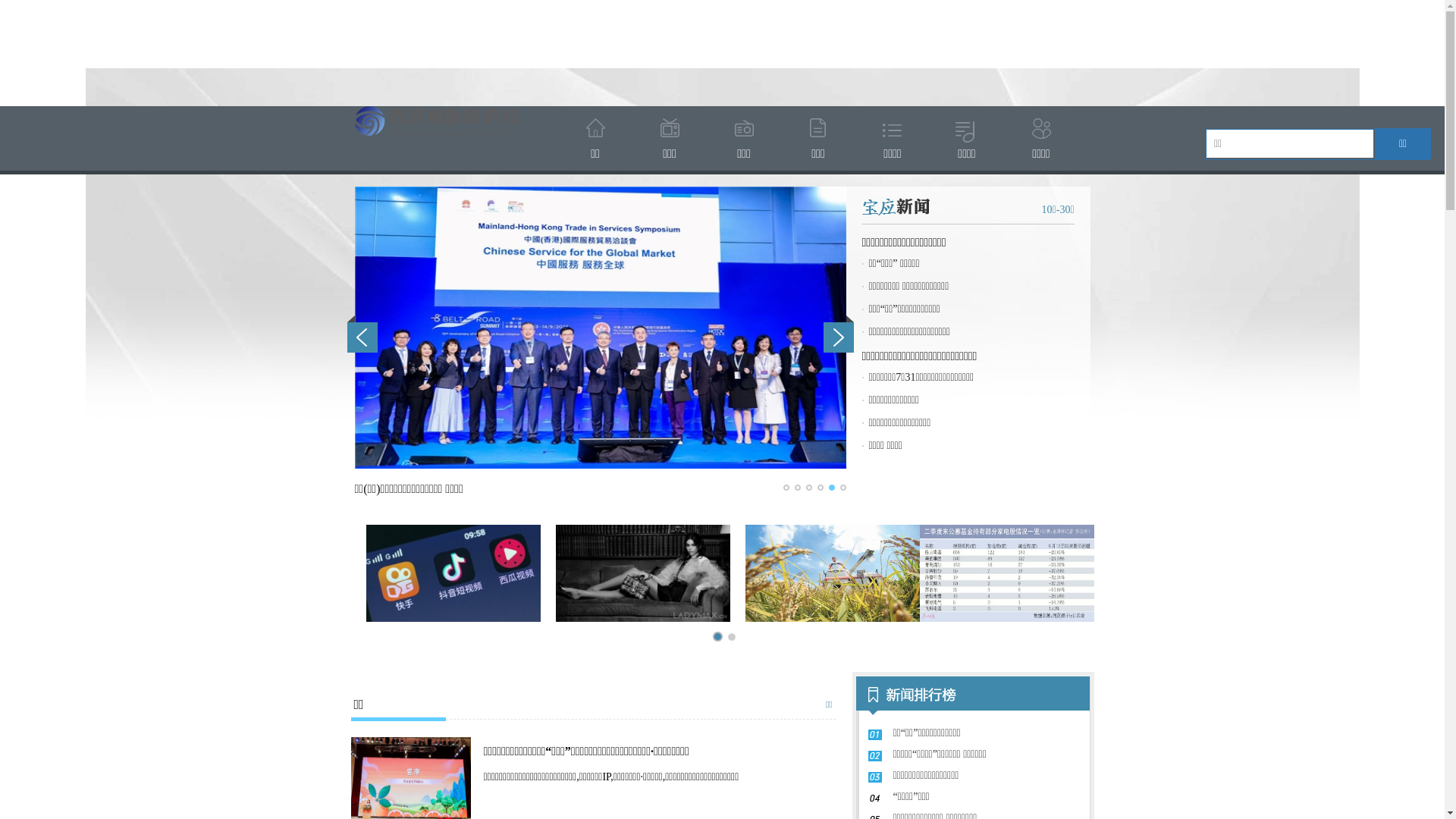  I want to click on '1', so click(786, 488).